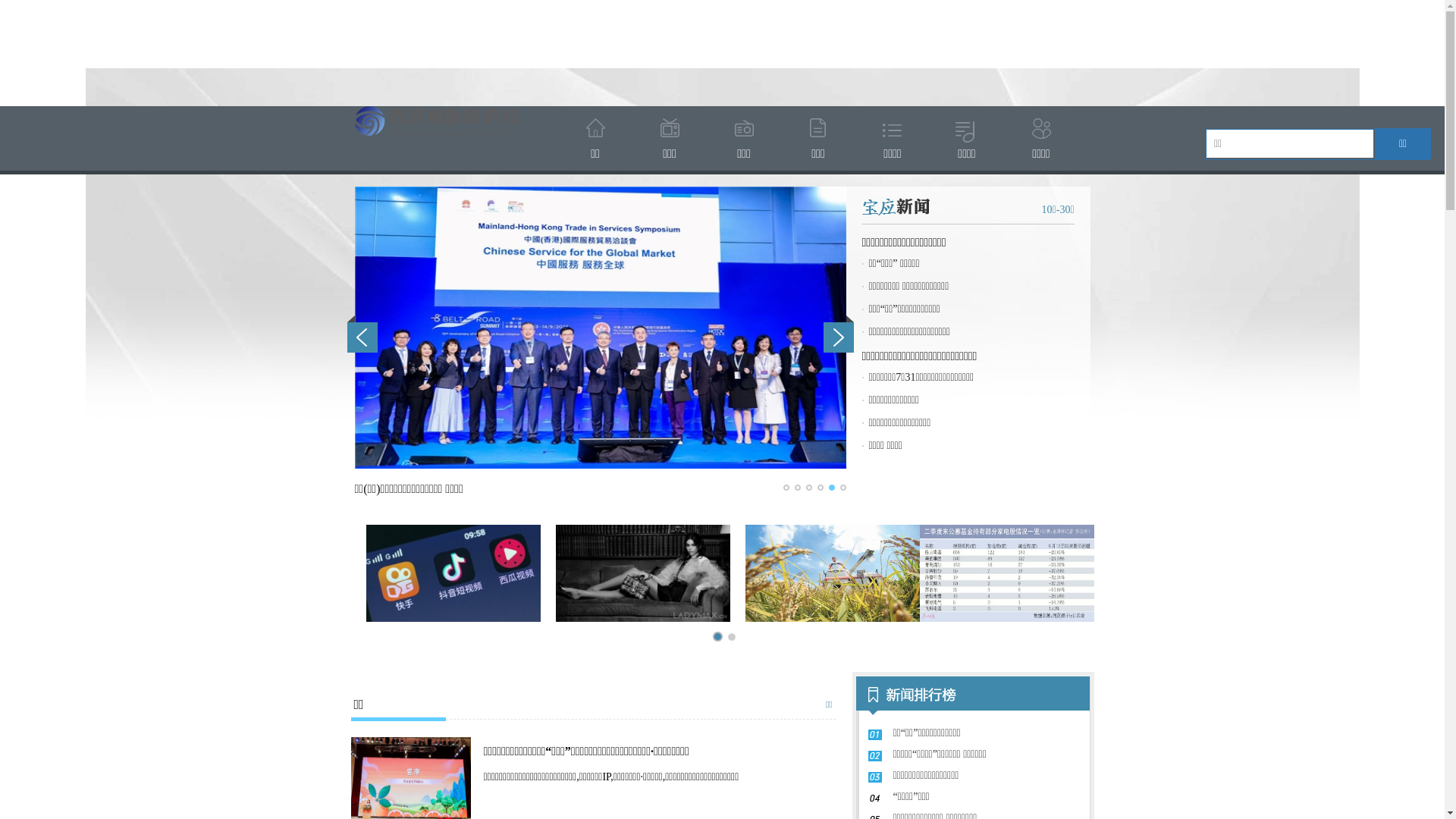  I want to click on '1', so click(786, 488).